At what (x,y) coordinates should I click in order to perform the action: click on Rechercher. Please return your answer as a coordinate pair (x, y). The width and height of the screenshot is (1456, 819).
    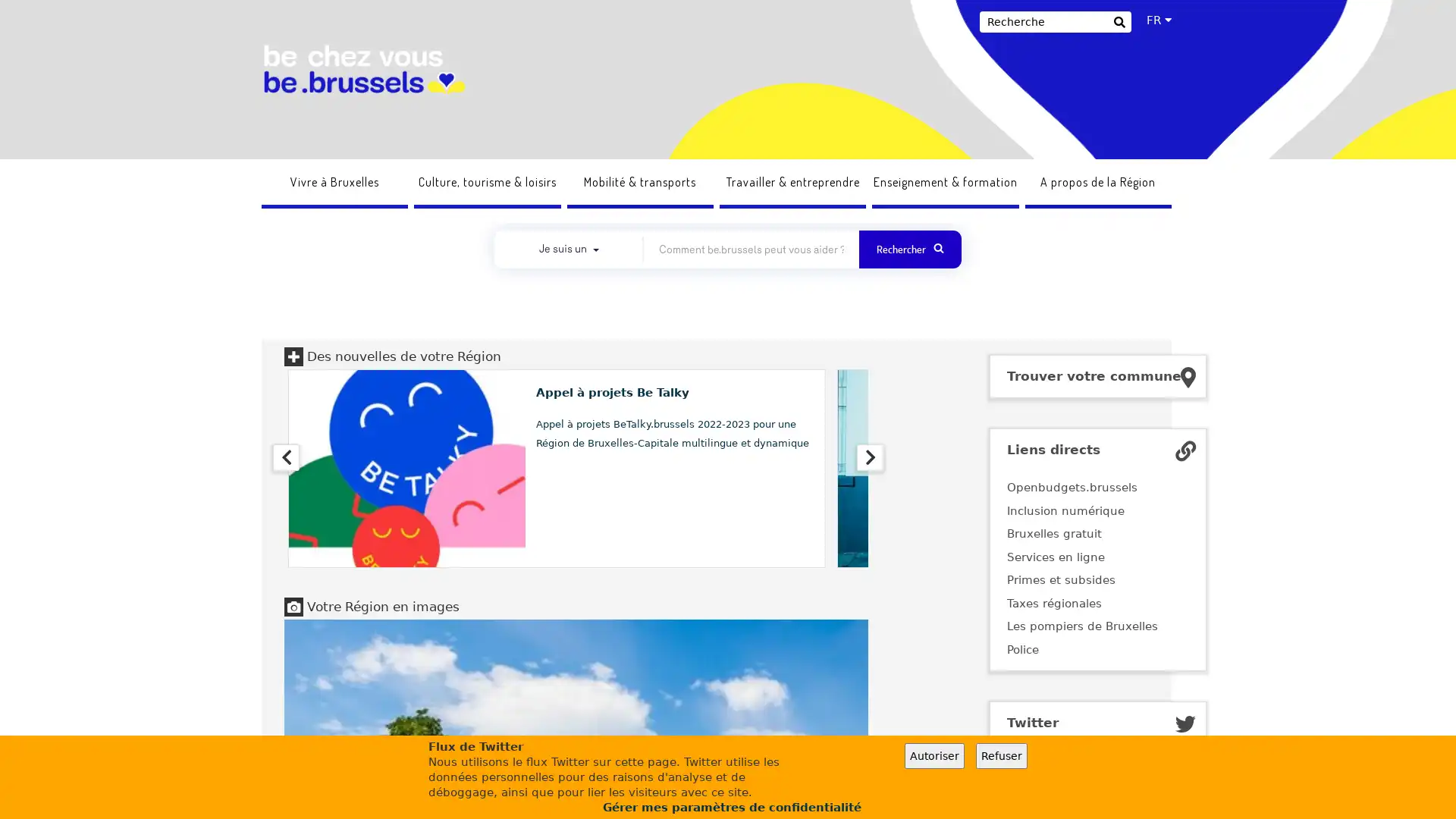
    Looking at the image, I should click on (1119, 24).